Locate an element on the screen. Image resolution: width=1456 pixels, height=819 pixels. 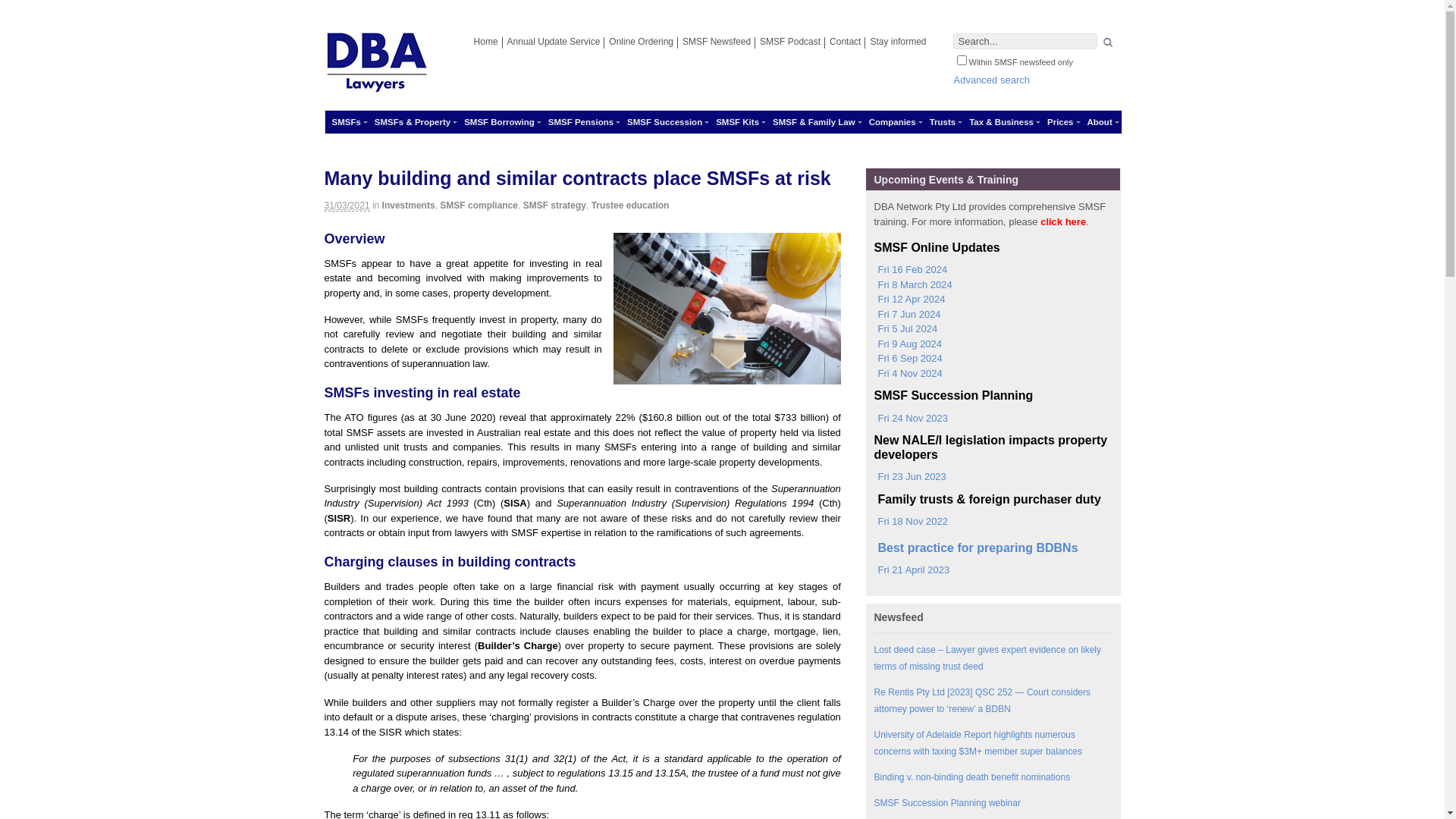
'Fri 18 Nov 2022' is located at coordinates (874, 520).